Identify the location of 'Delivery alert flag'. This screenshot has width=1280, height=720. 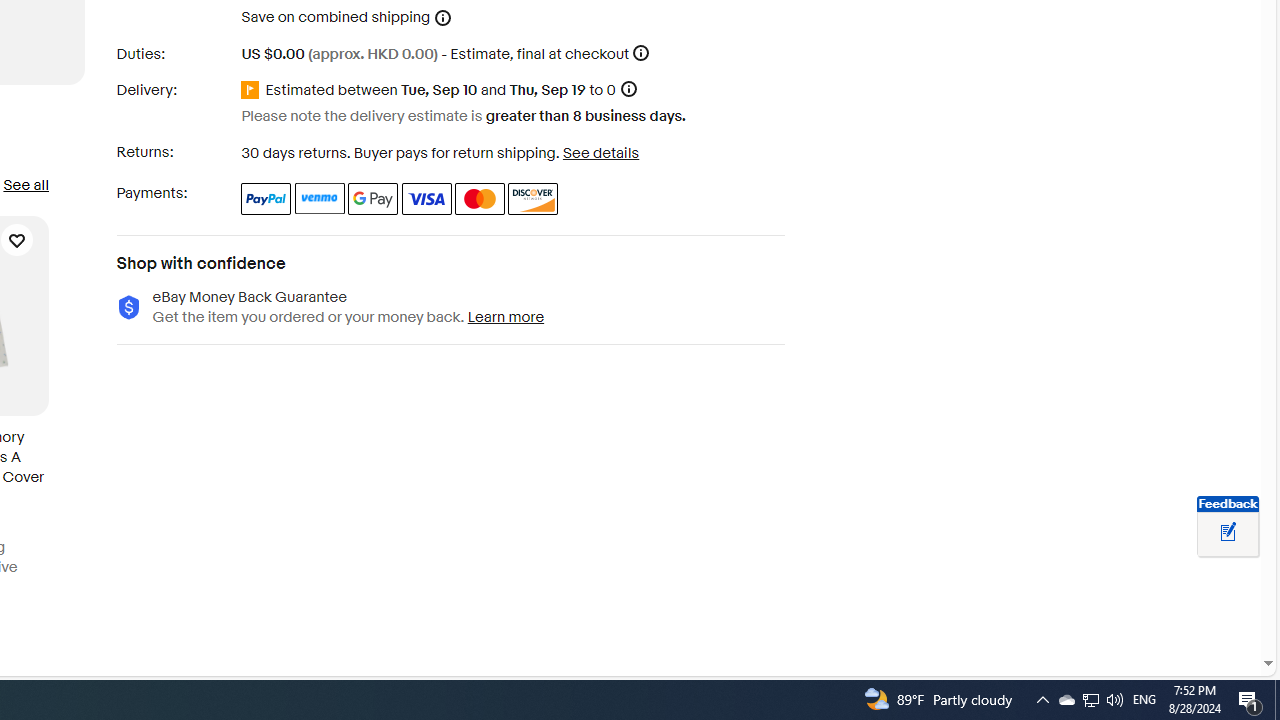
(252, 90).